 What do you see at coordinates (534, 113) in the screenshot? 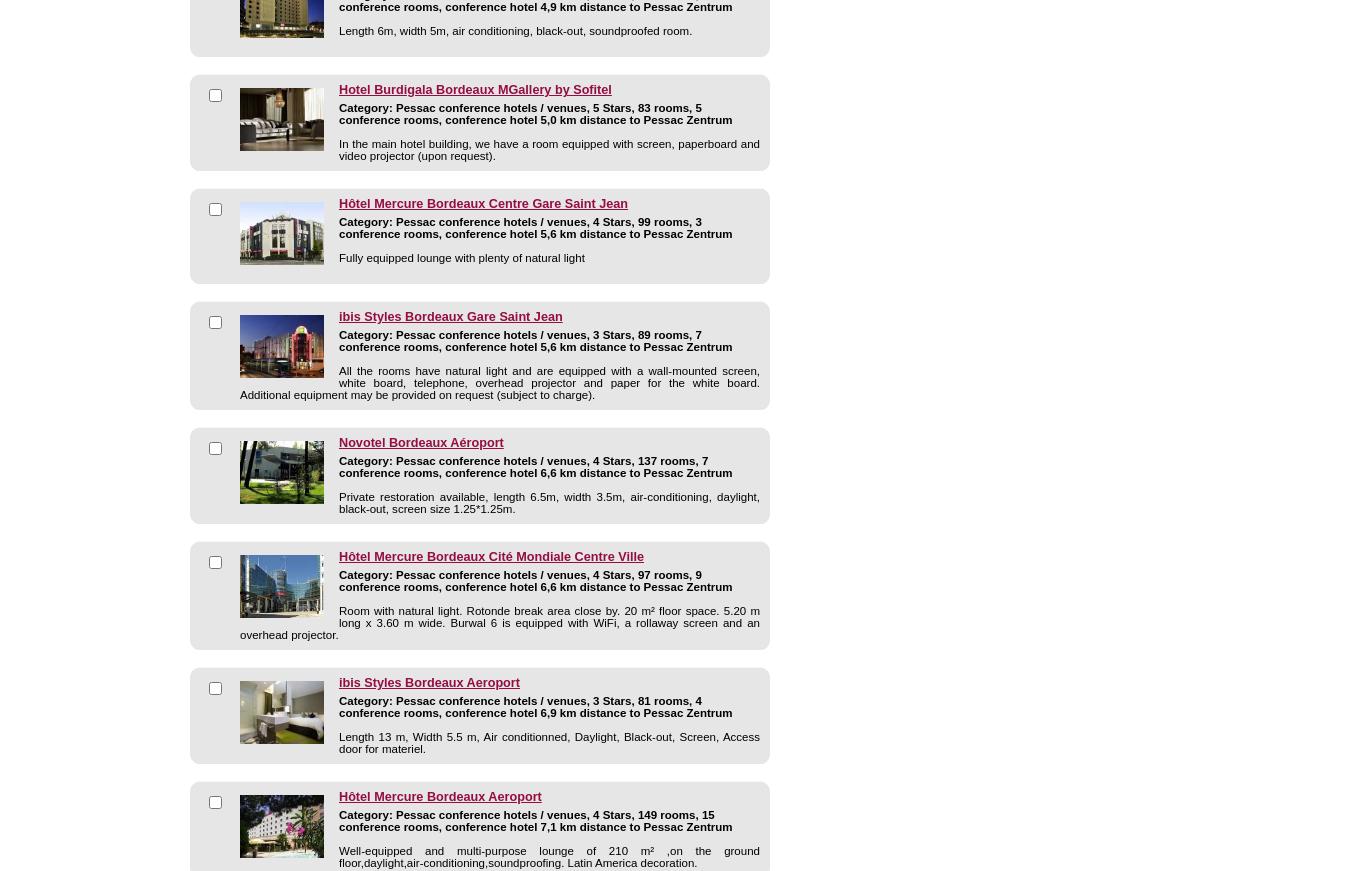
I see `'Category: Pessac conference hotels / venues, 5 Stars, 83 rooms, 5 conference rooms, conference hotel  5,0 km distance to Pessac Zentrum'` at bounding box center [534, 113].